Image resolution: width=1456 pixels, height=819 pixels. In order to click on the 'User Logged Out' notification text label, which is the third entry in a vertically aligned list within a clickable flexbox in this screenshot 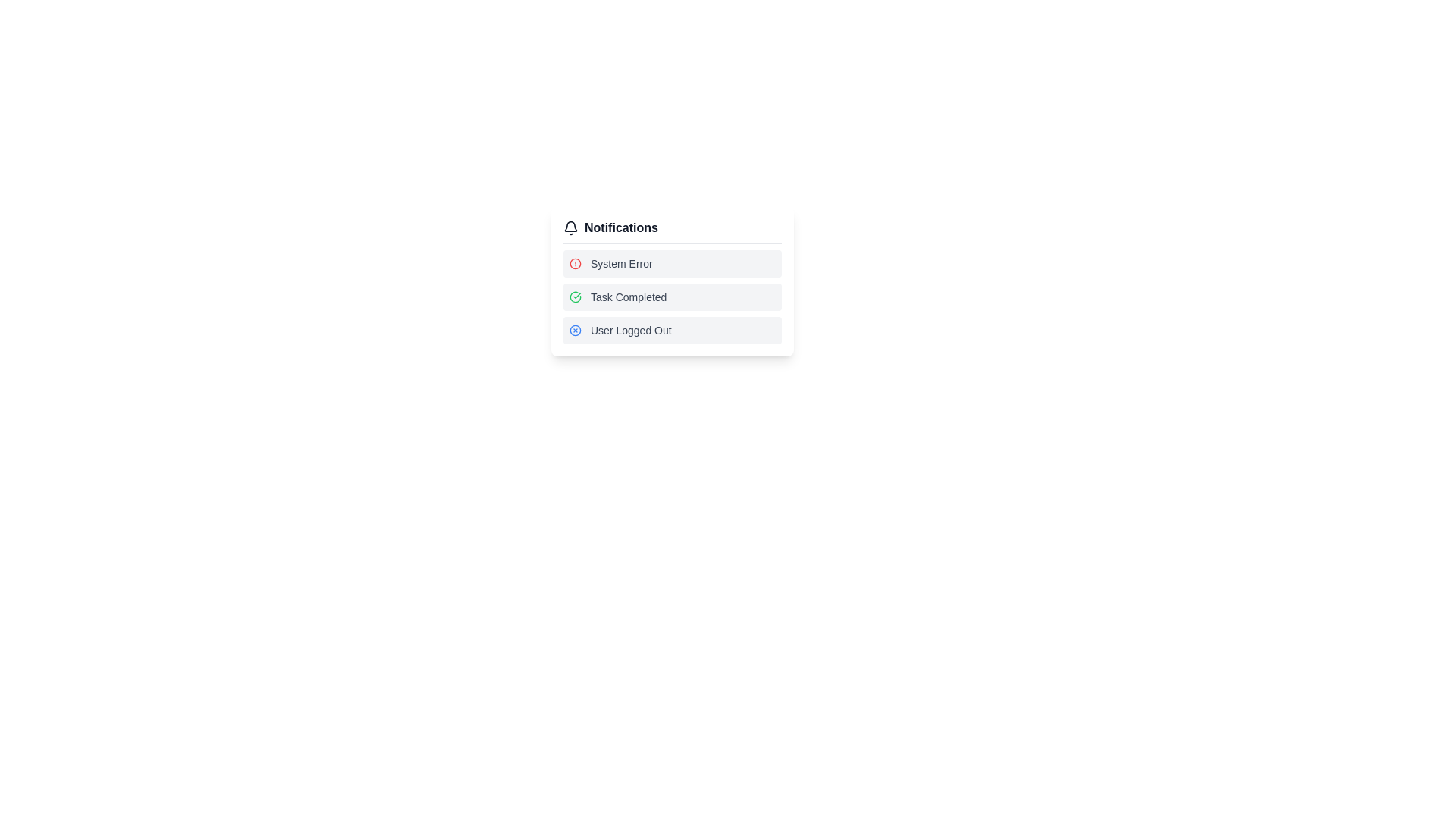, I will do `click(631, 329)`.